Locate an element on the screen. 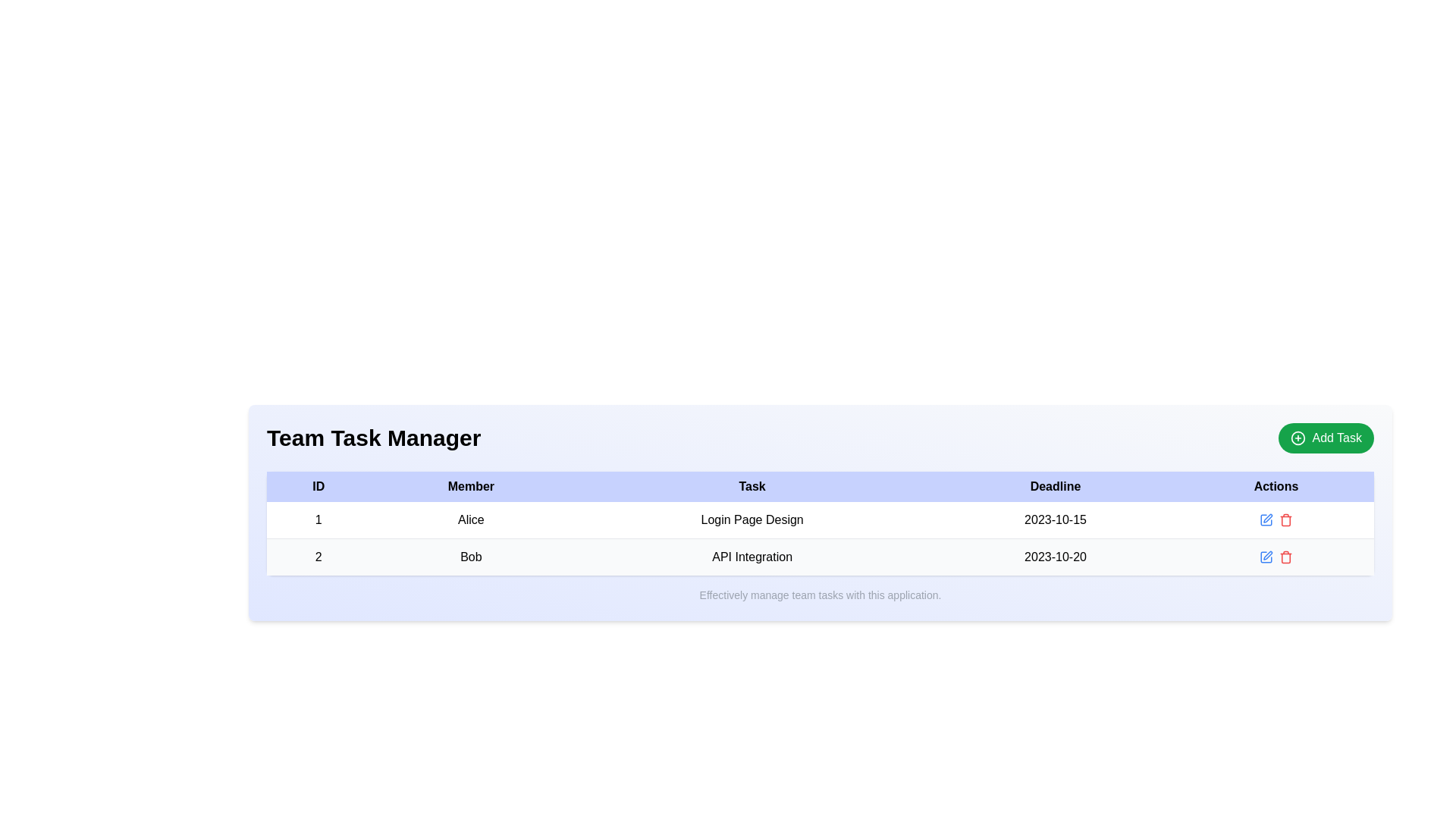  the first column header Label in the table that indicates IDs, located in the center-top of the interface is located at coordinates (318, 486).